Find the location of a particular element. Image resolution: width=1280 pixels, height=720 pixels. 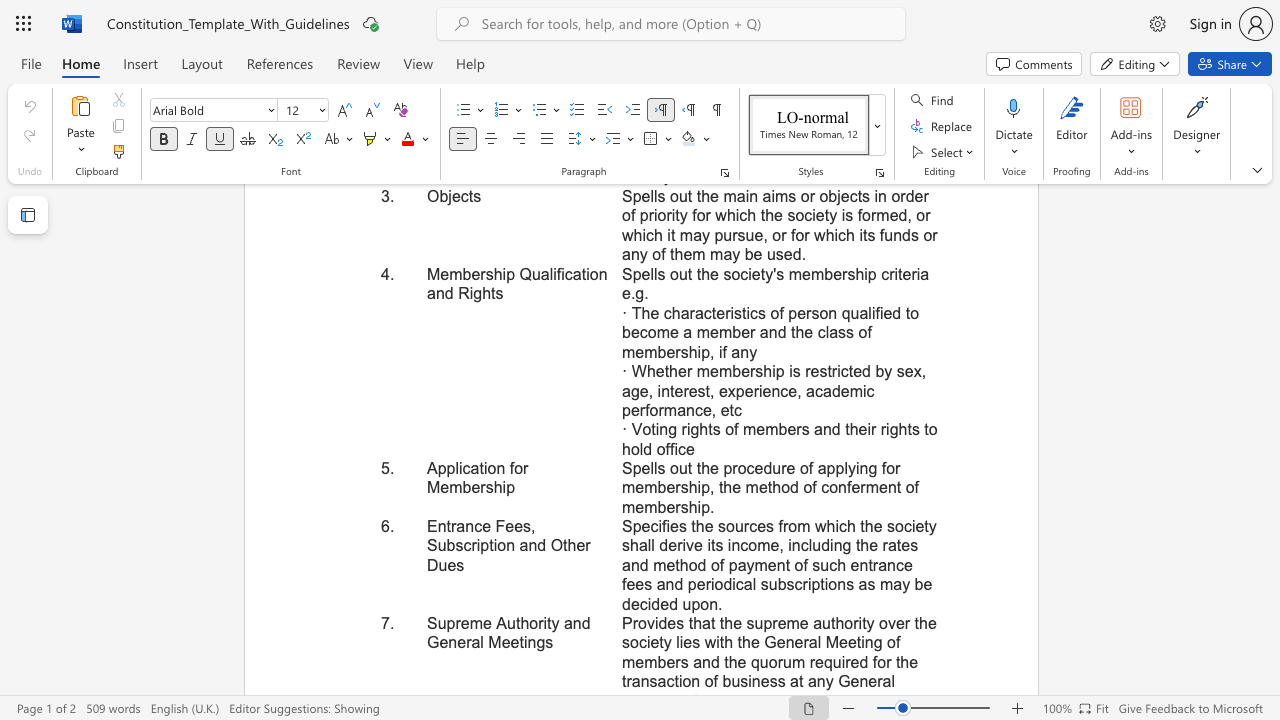

the subset text "ciety shall deri" within the text "Specifies the sources from which the society shall derive its income, including the rates and method of payment of such entrance fees and periodical subscriptions as may be decided upon." is located at coordinates (902, 525).